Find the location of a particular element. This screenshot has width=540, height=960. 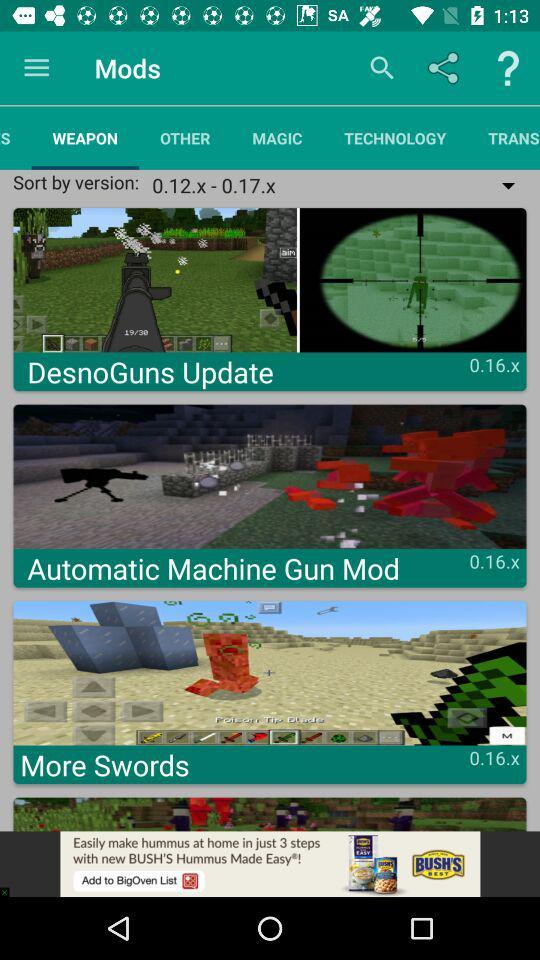

icon to the left of other item is located at coordinates (84, 137).